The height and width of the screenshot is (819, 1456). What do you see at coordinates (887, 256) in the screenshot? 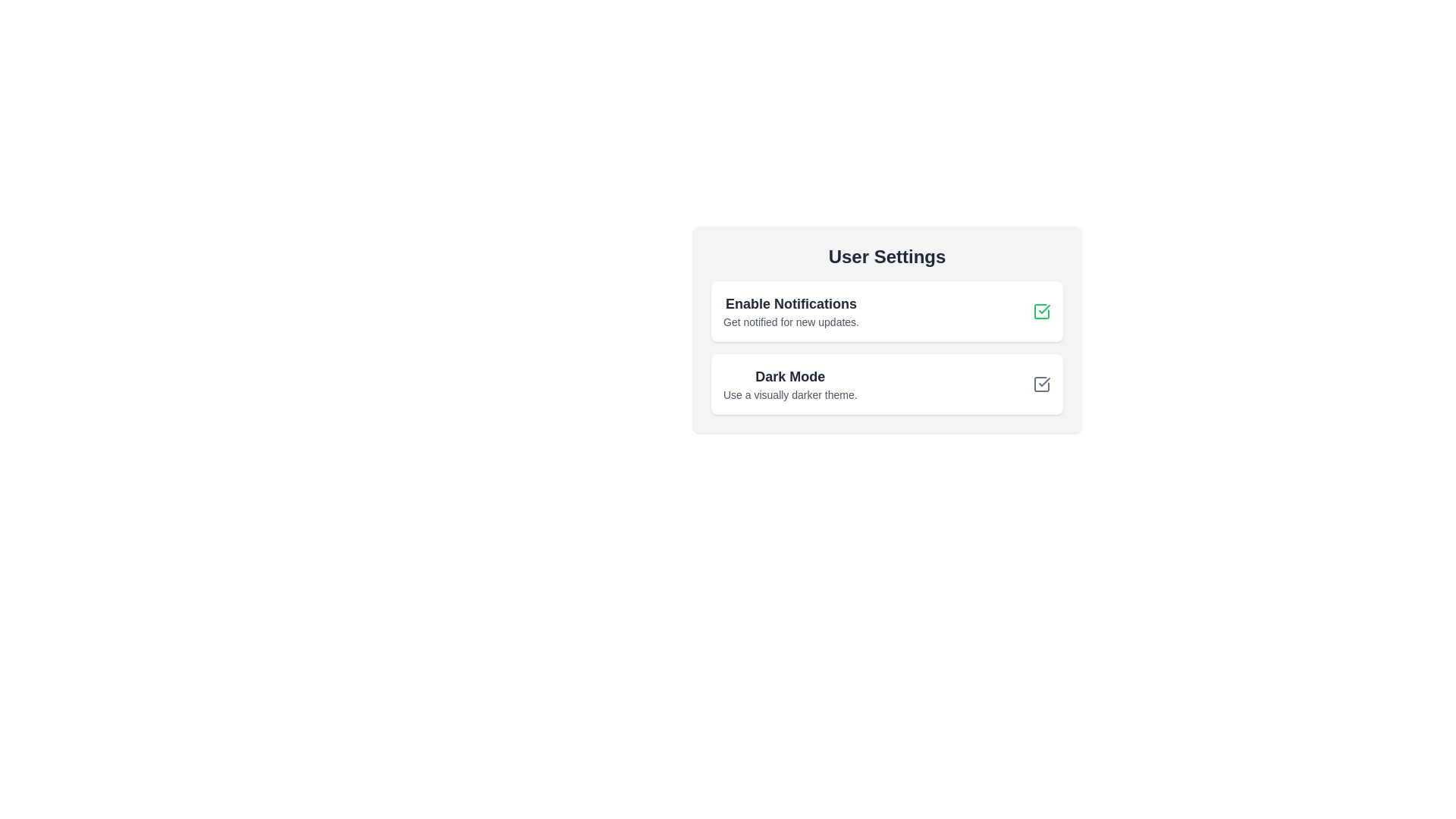
I see `the 'User Settings' title text` at bounding box center [887, 256].